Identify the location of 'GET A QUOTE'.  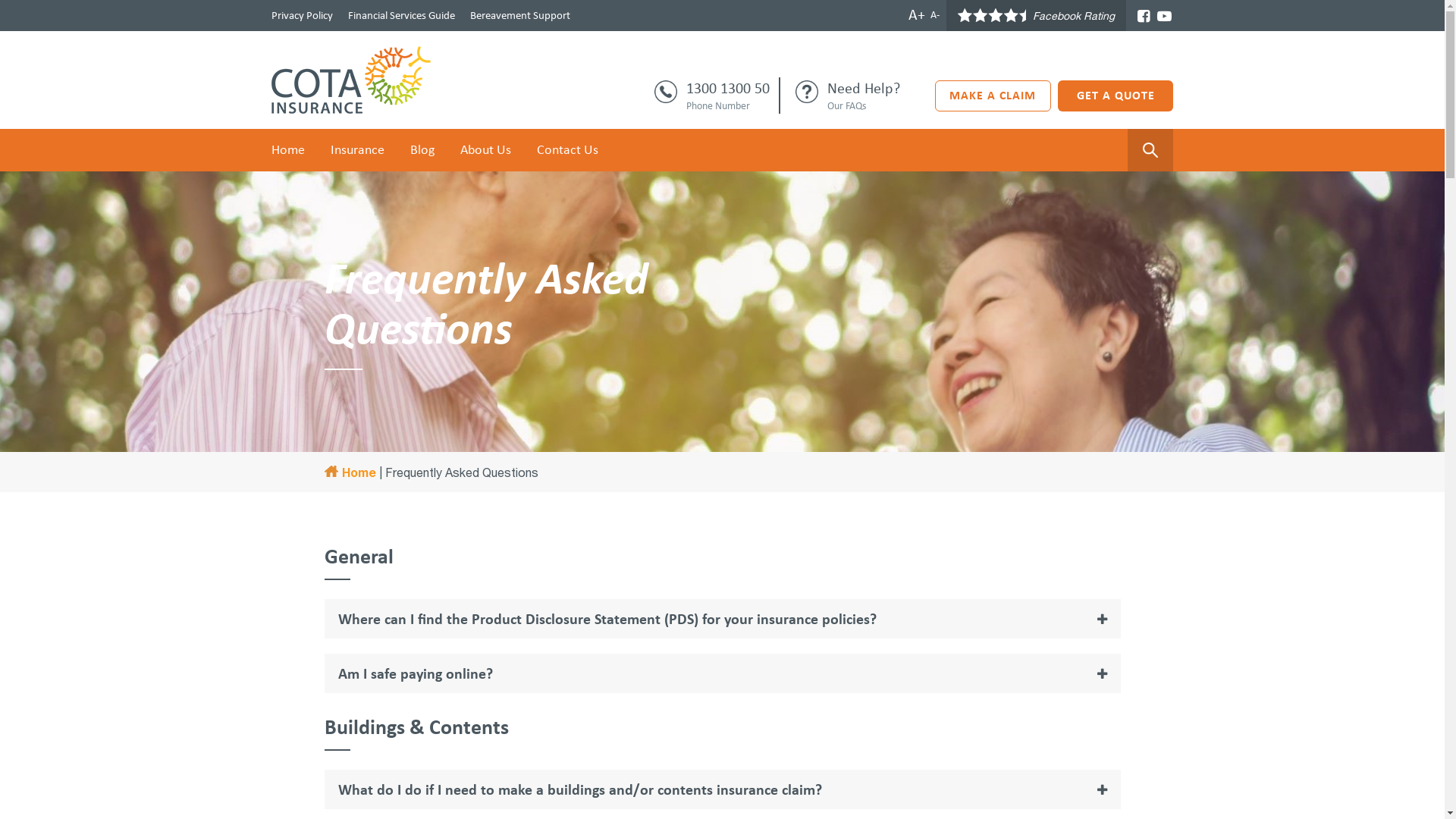
(1116, 96).